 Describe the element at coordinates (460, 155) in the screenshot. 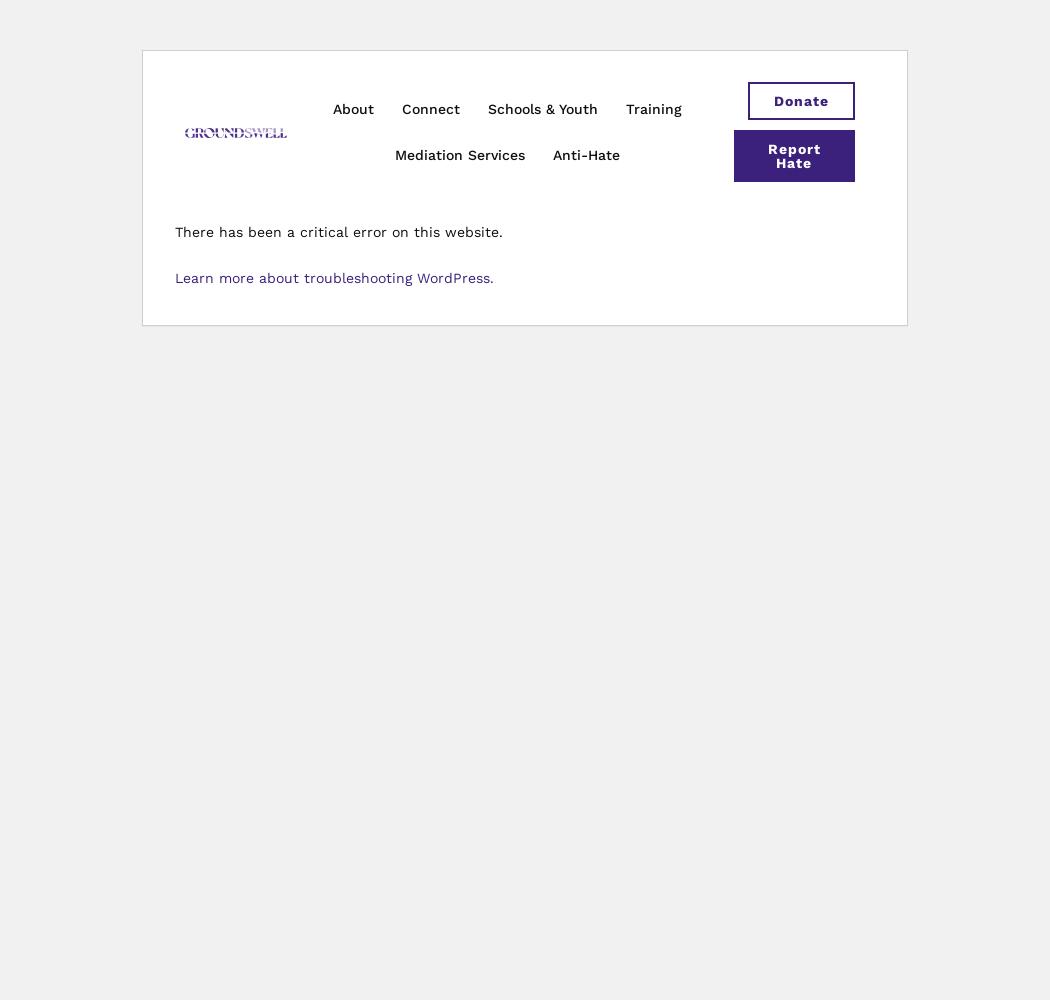

I see `'Mediation Services'` at that location.